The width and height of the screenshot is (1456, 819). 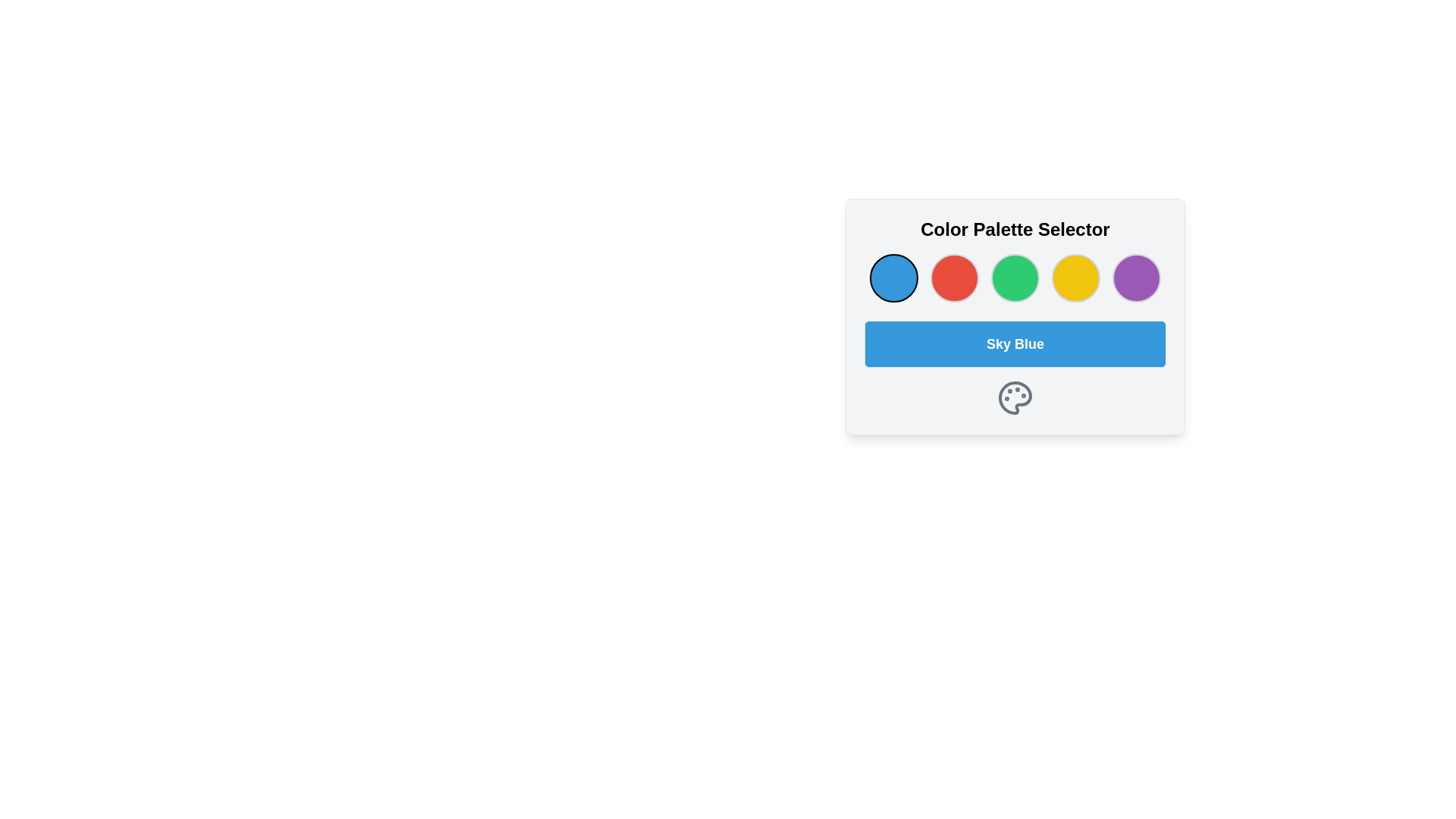 What do you see at coordinates (1136, 278) in the screenshot?
I see `the circular button with a prominent purple background and light gray border in the 'Color Palette Selector' component` at bounding box center [1136, 278].